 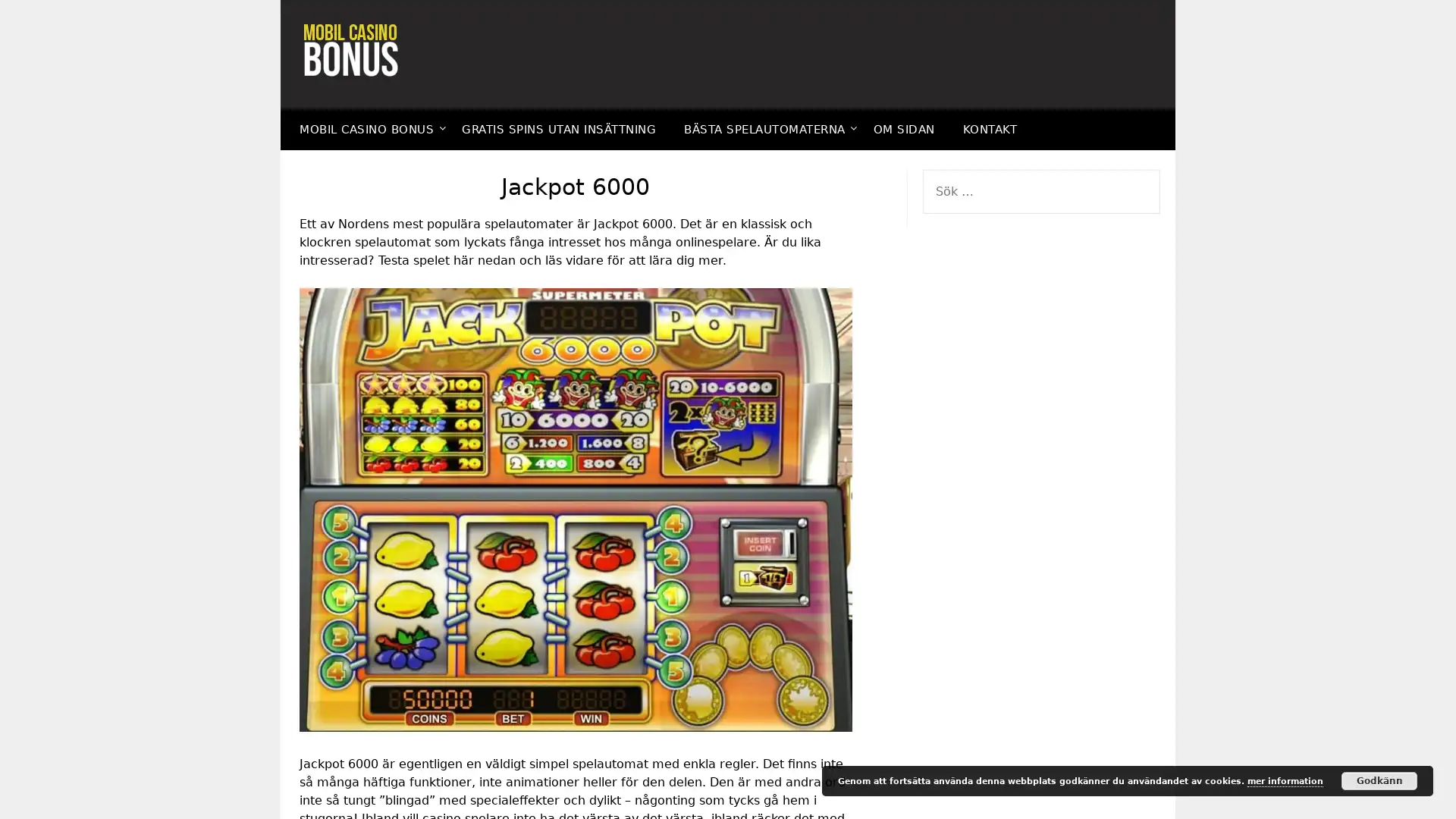 I want to click on Godkann, so click(x=1379, y=780).